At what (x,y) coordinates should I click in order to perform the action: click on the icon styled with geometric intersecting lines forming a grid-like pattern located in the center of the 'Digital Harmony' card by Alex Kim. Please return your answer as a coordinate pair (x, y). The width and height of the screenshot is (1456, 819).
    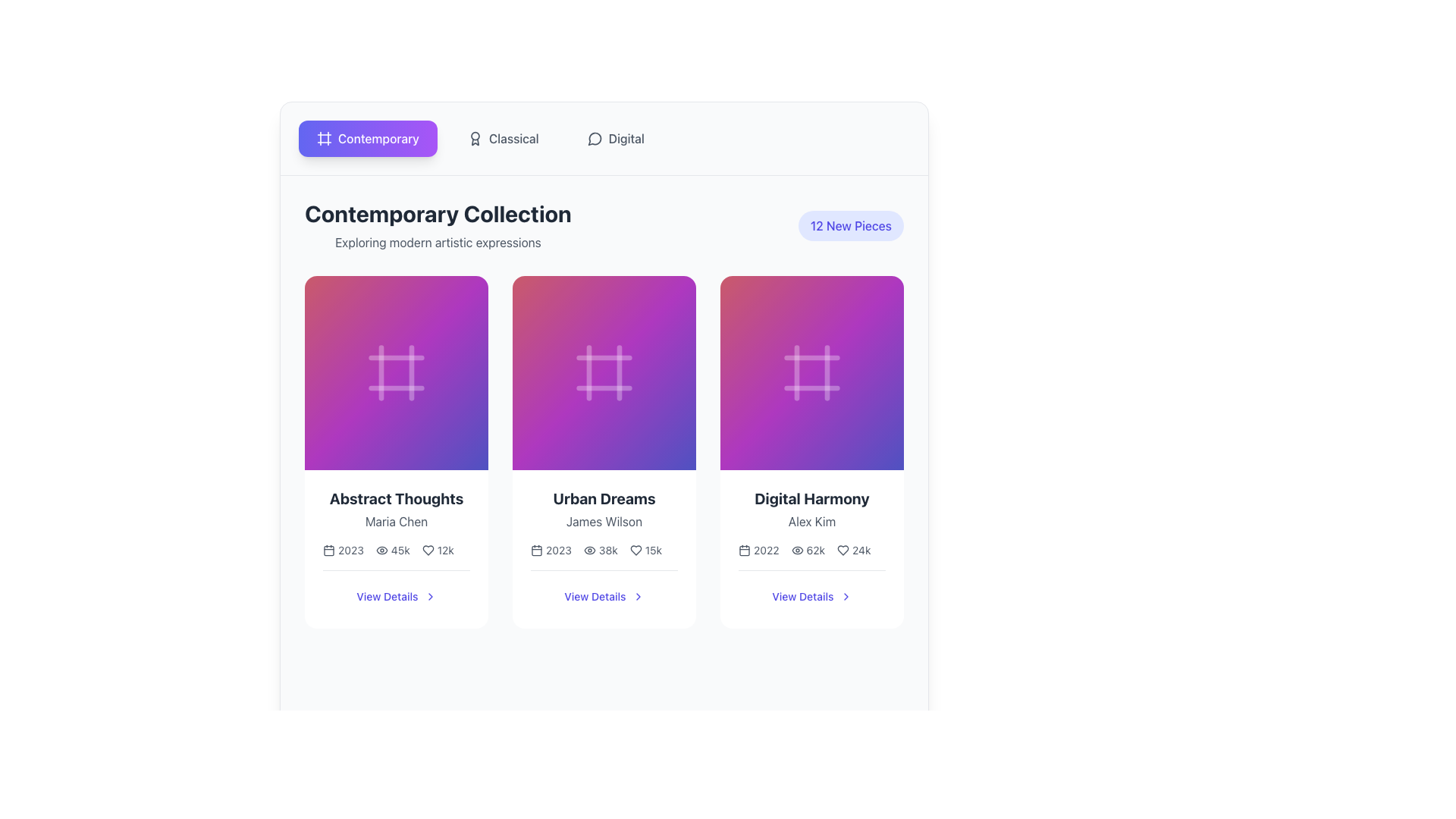
    Looking at the image, I should click on (811, 373).